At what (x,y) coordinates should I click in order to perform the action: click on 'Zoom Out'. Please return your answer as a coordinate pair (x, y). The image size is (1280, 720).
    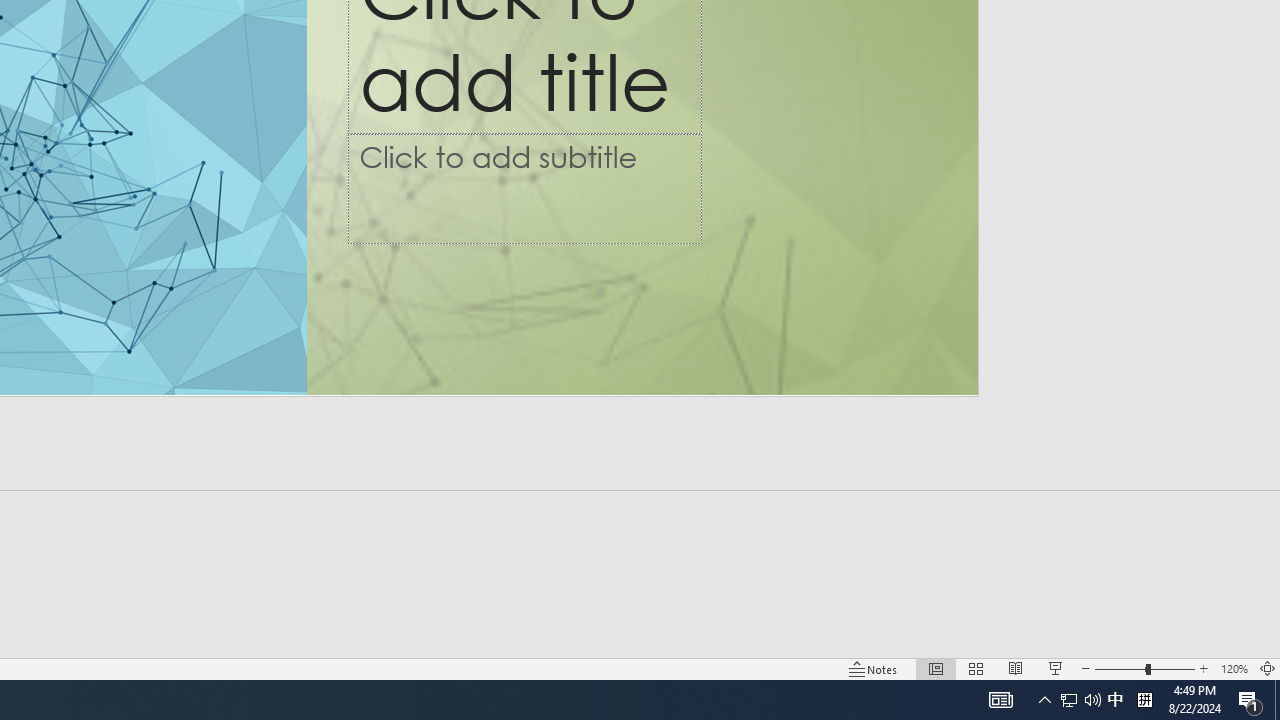
    Looking at the image, I should click on (1120, 669).